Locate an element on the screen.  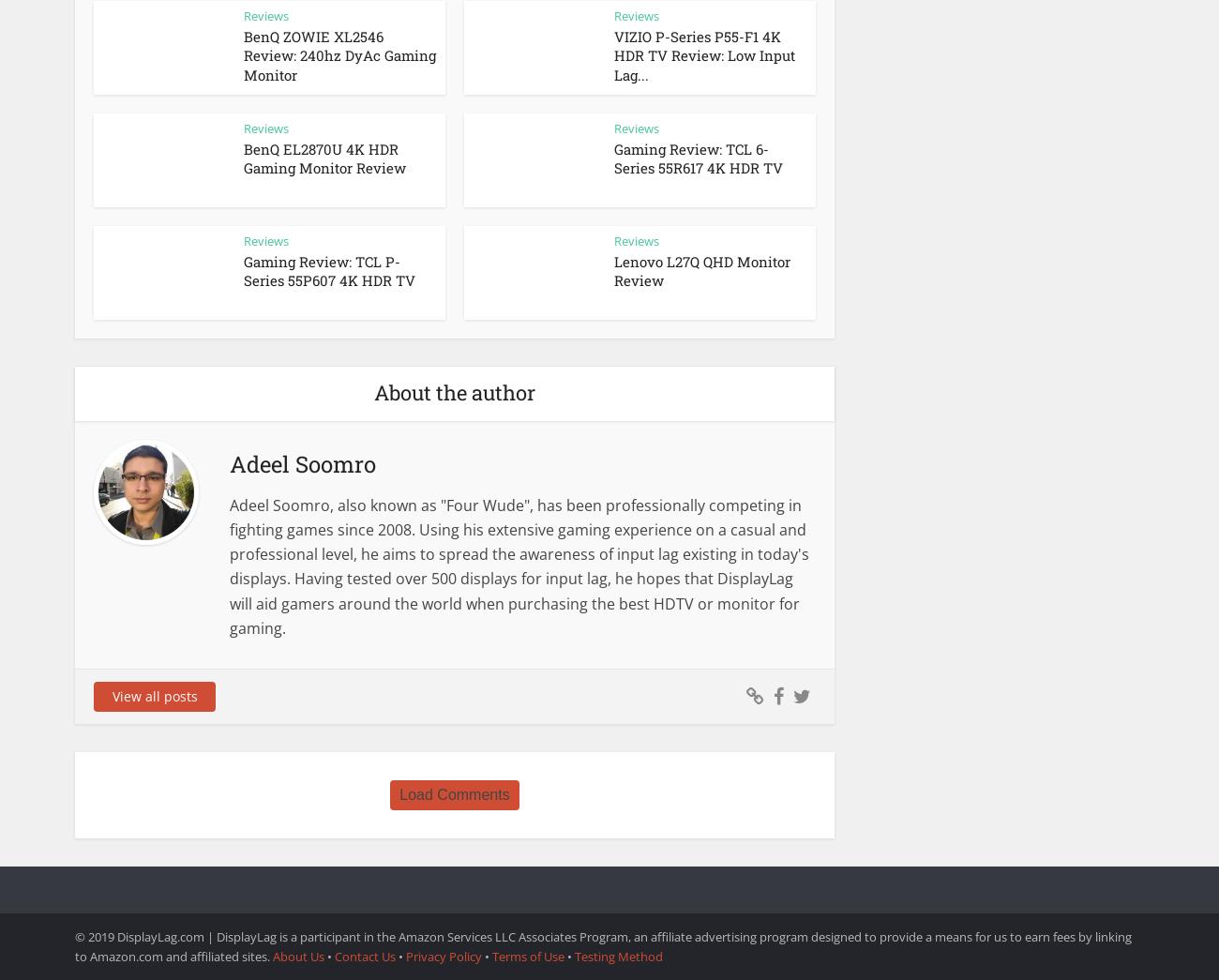
'Load Comments' is located at coordinates (453, 792).